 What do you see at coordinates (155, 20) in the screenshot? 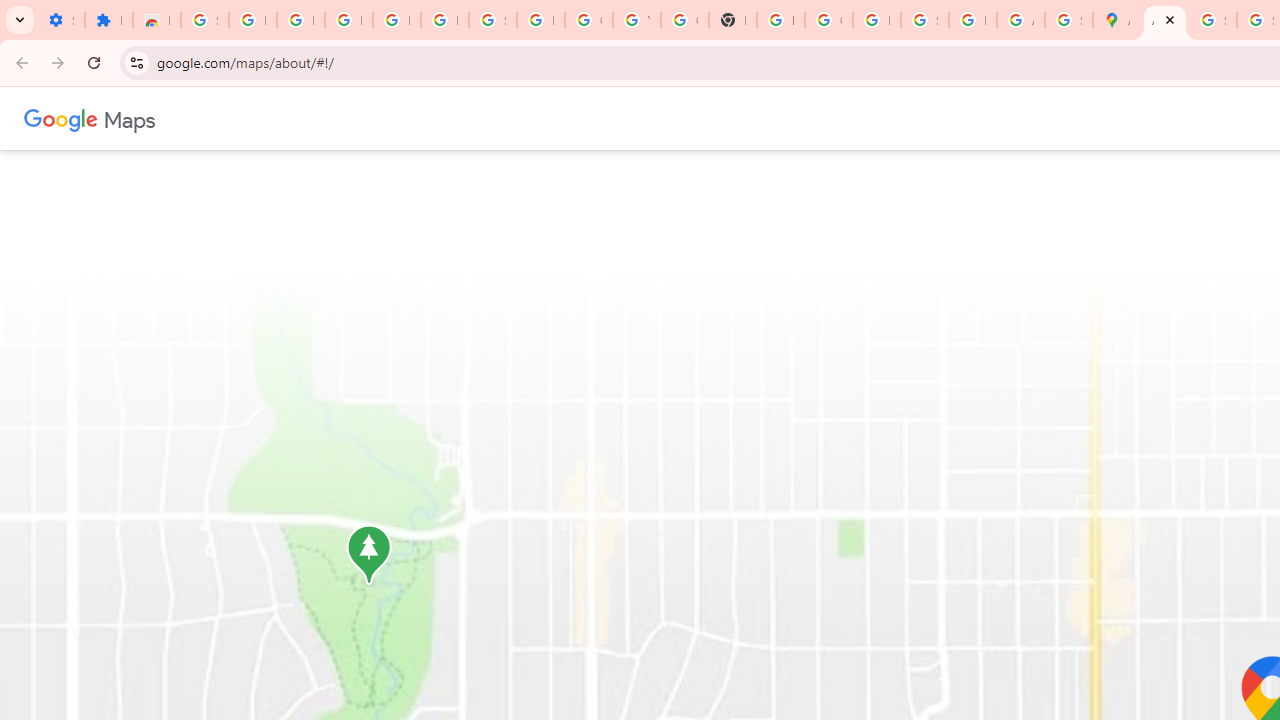
I see `'Reviews: Helix Fruit Jump Arcade Game'` at bounding box center [155, 20].